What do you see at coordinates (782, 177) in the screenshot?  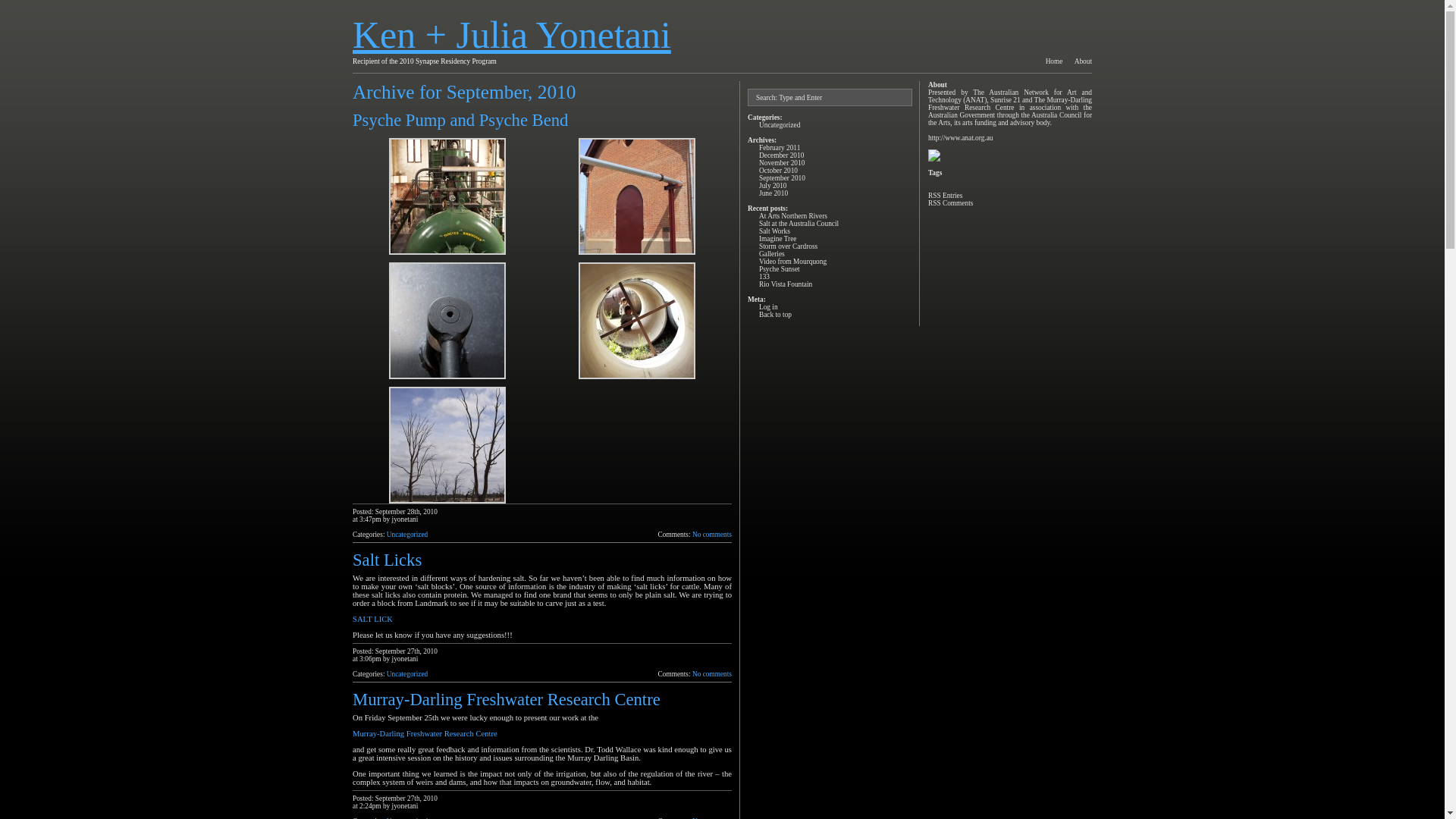 I see `'September 2010'` at bounding box center [782, 177].